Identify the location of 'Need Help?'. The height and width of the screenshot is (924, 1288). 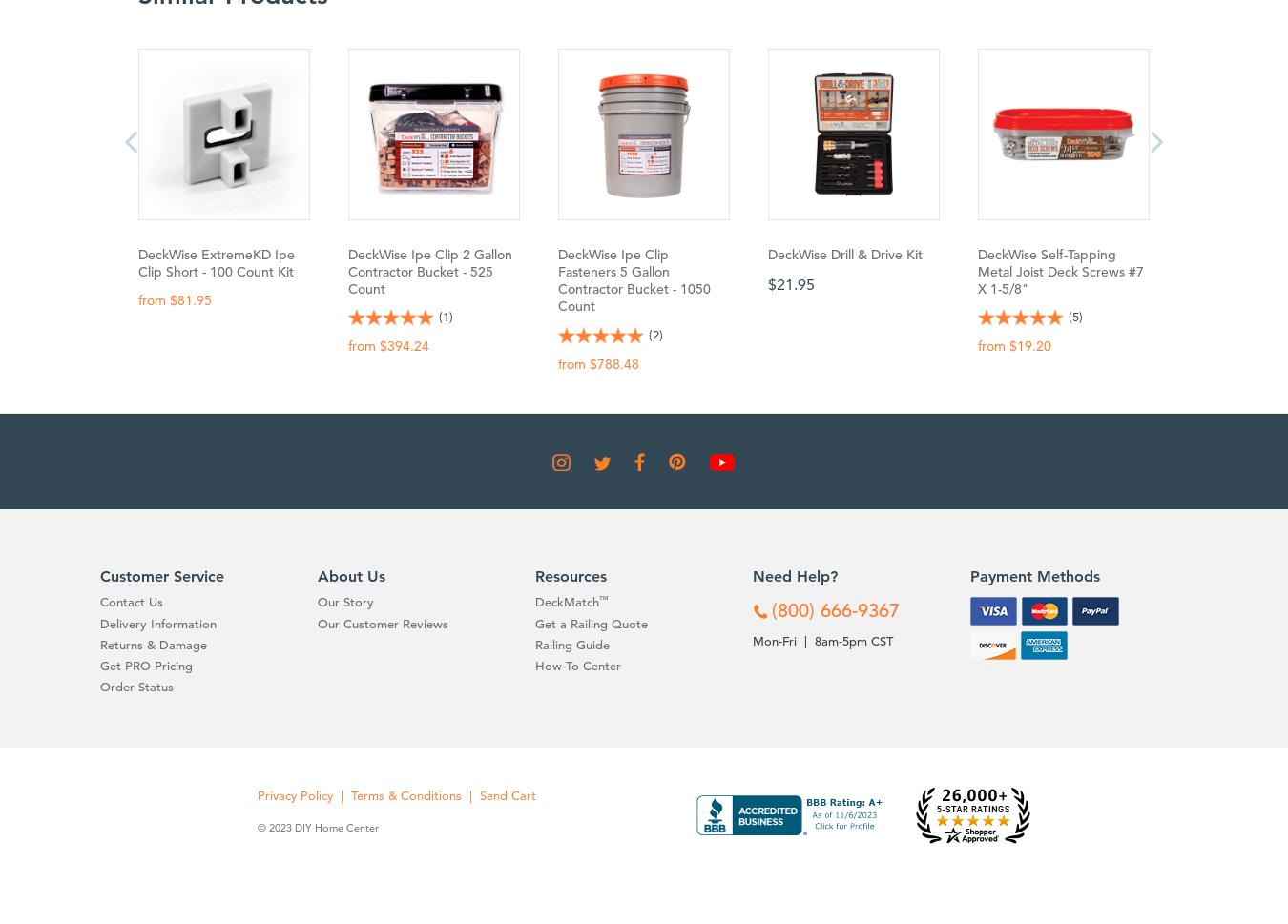
(795, 575).